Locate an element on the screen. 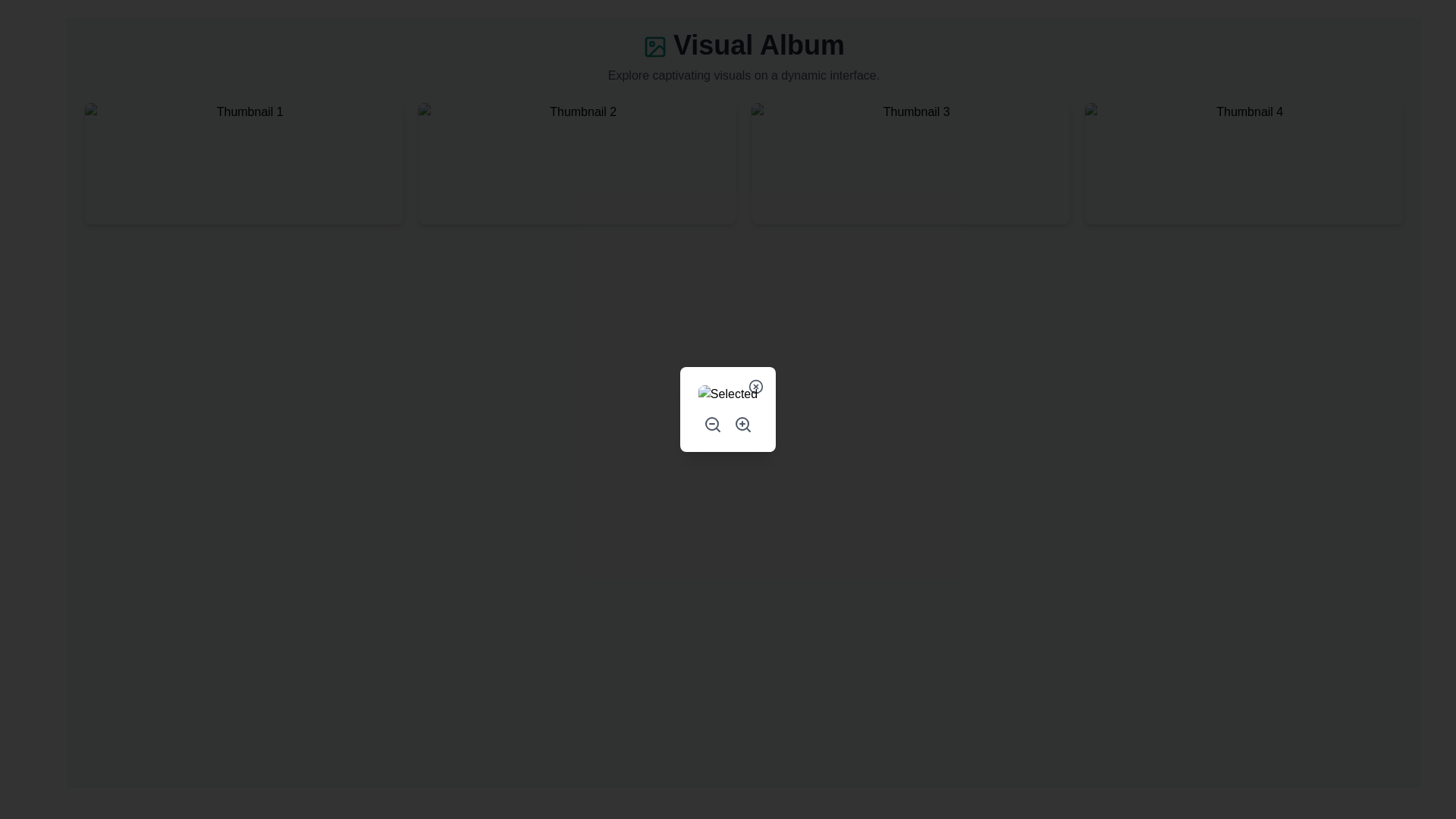  the small circle element that is centrally located within the crossed-circle icon in the upper-right corner of the dialog box is located at coordinates (756, 385).